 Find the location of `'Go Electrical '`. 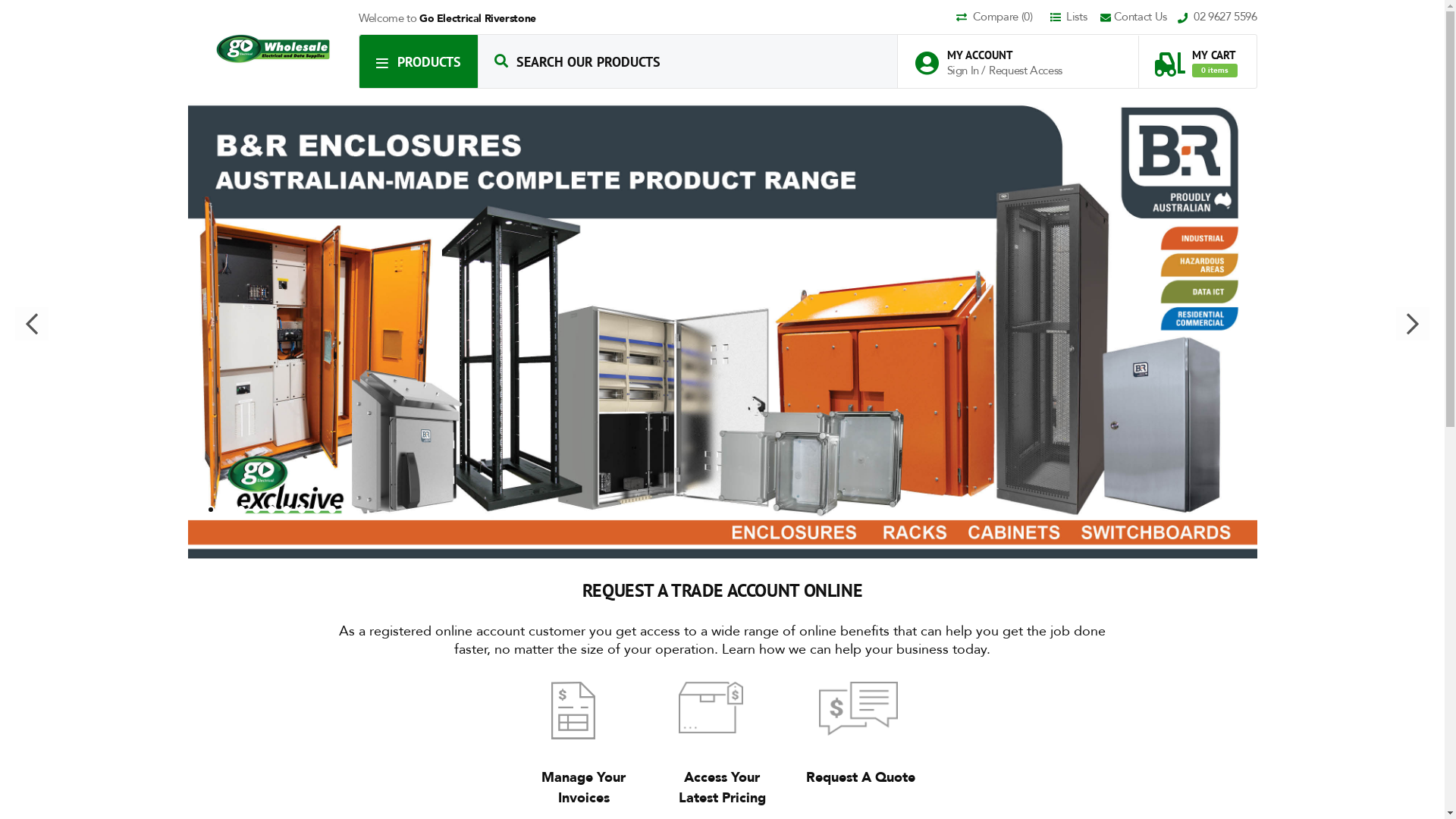

'Go Electrical ' is located at coordinates (273, 48).